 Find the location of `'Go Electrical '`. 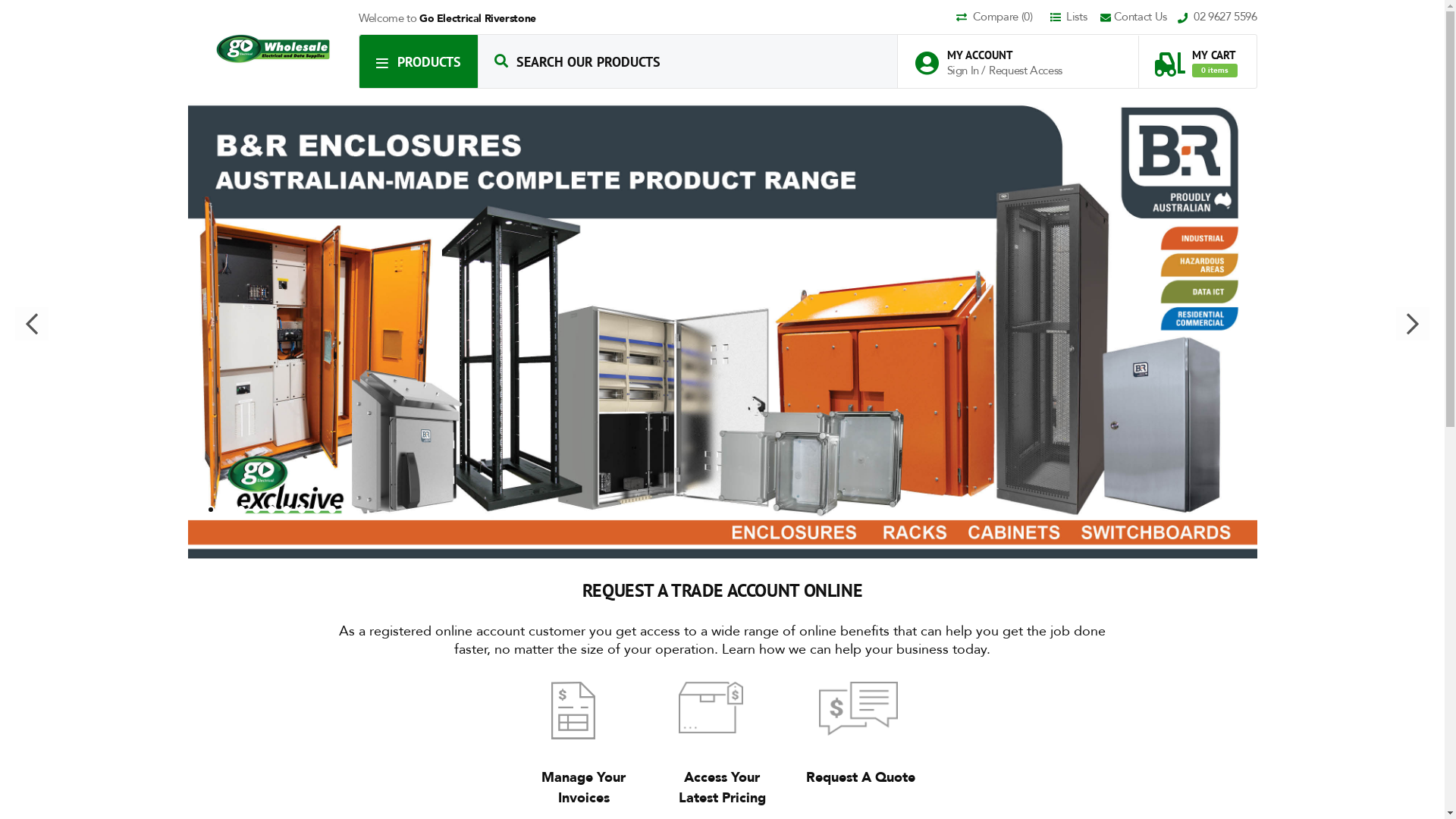

'Go Electrical ' is located at coordinates (273, 48).